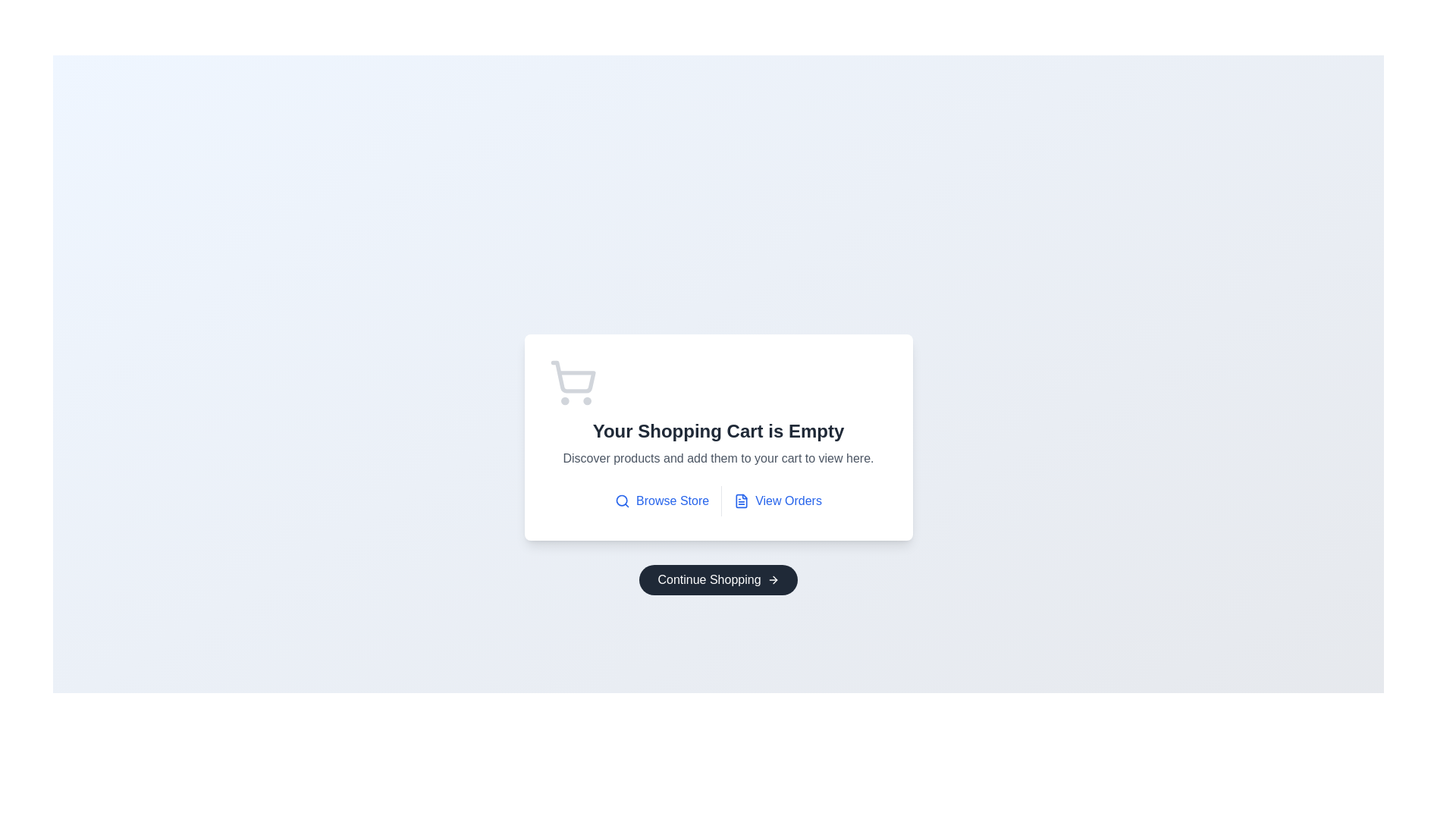 The height and width of the screenshot is (819, 1456). What do you see at coordinates (662, 500) in the screenshot?
I see `the leftmost button in the row beneath 'Your Shopping Cart is Empty'` at bounding box center [662, 500].